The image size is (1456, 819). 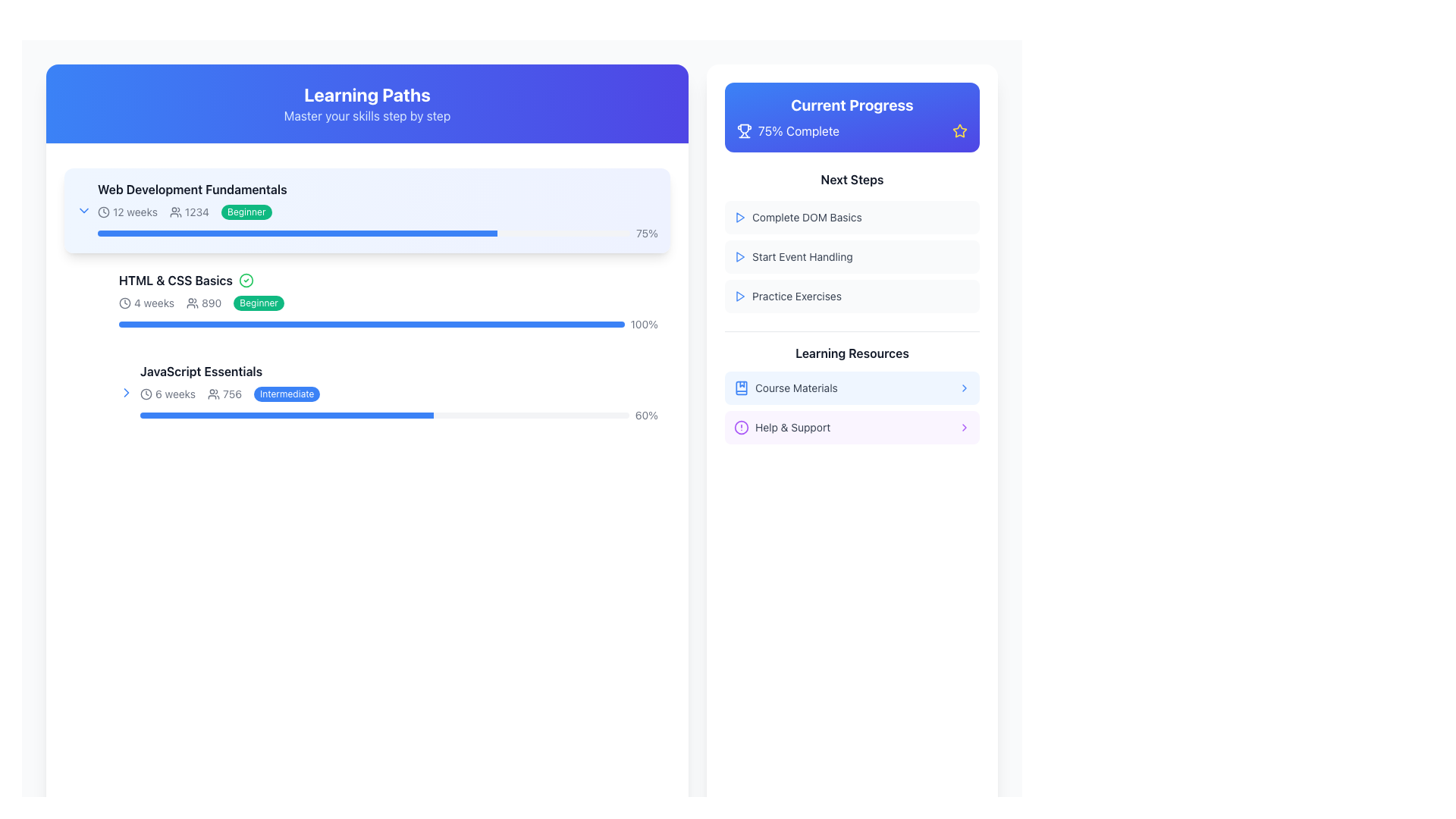 I want to click on text label indicating 'Start Event Handling', which is located in the middle of the right-hand column under the 'Next Steps' section, as the second item in the list, so click(x=802, y=256).